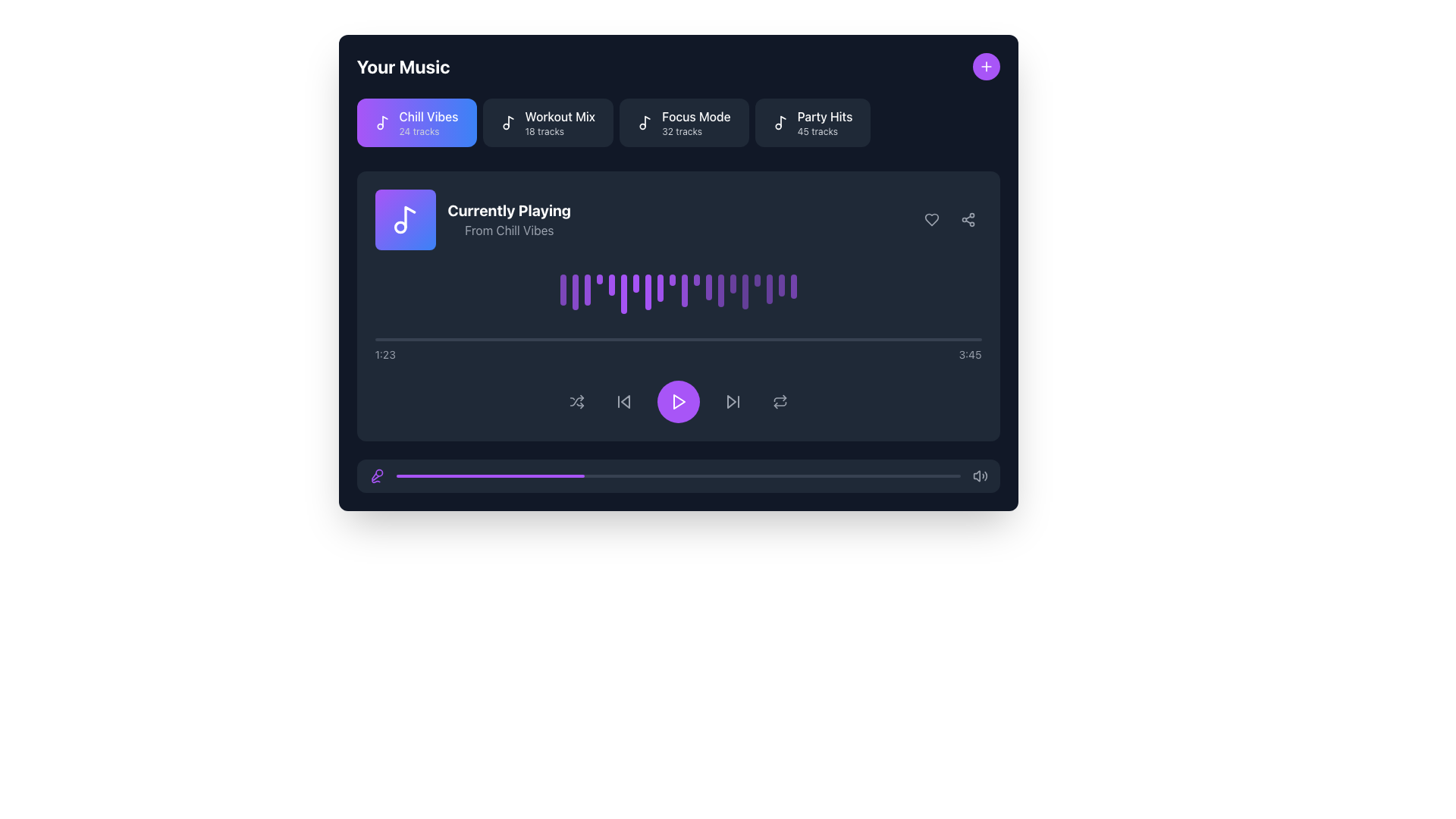 This screenshot has height=819, width=1456. I want to click on the 'Party Hits' button, so click(811, 122).